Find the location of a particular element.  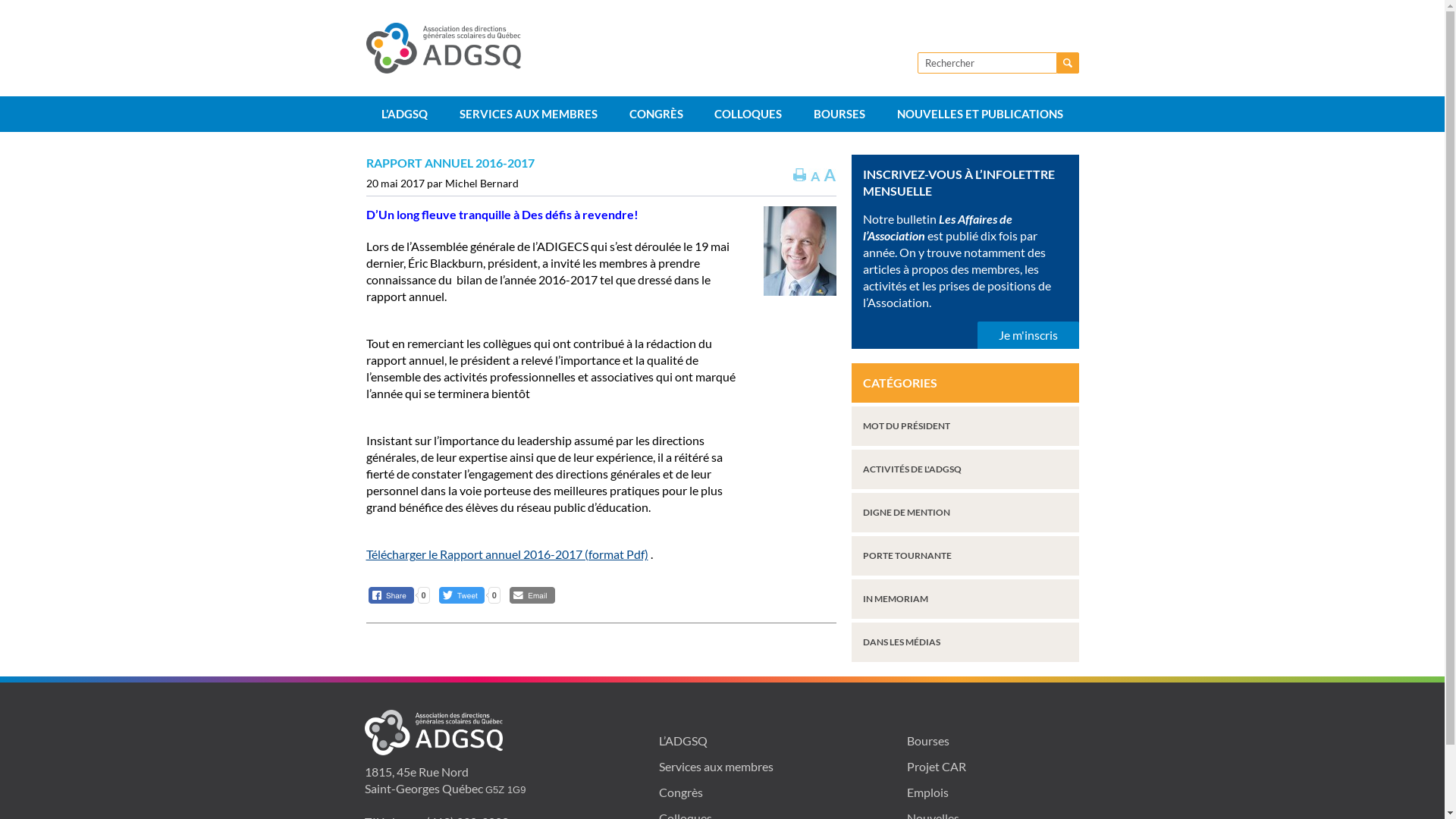

'SERVICES AUX MEMBRES' is located at coordinates (528, 113).